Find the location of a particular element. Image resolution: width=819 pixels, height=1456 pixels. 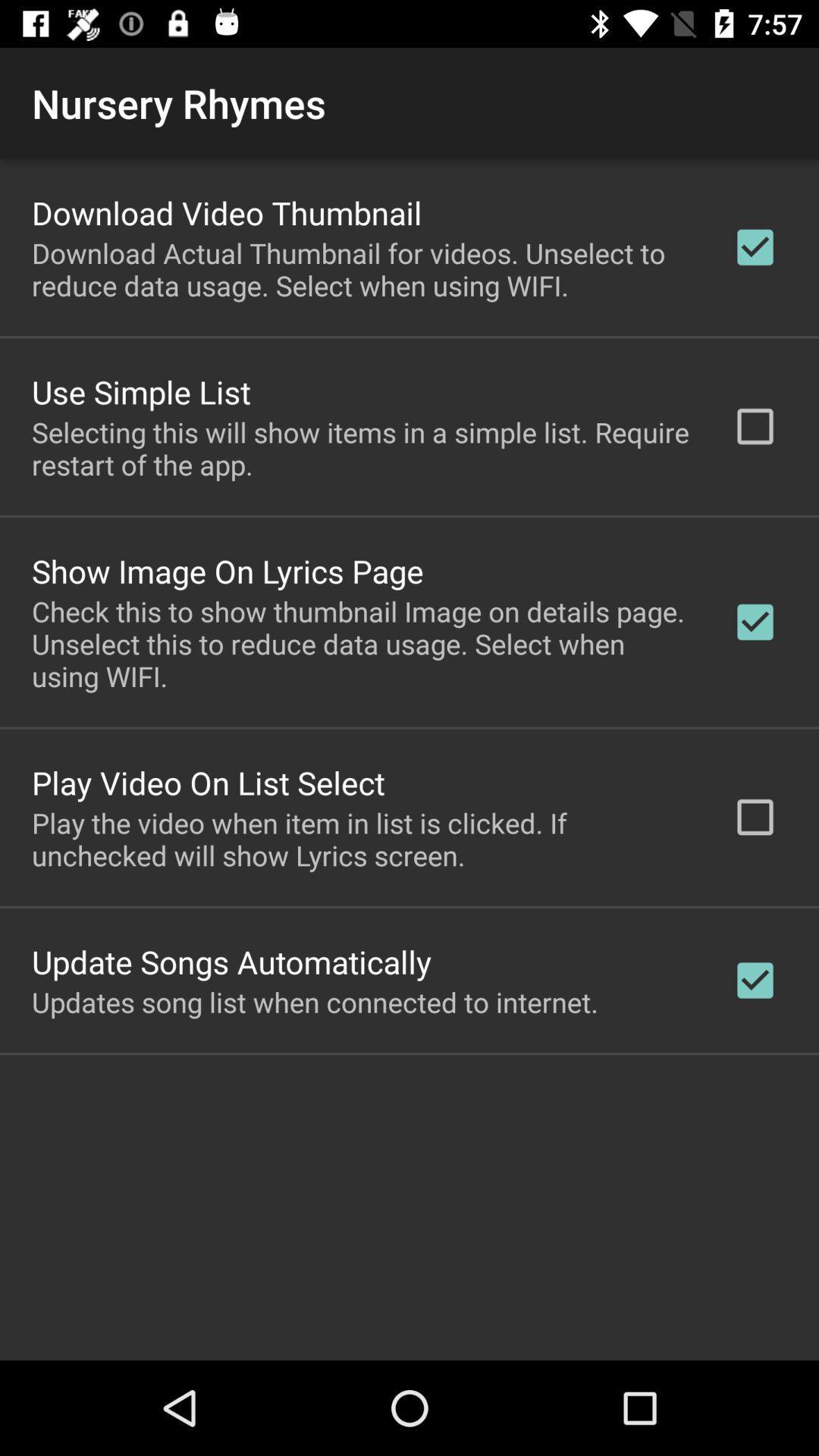

icon below update songs automatically item is located at coordinates (314, 1002).